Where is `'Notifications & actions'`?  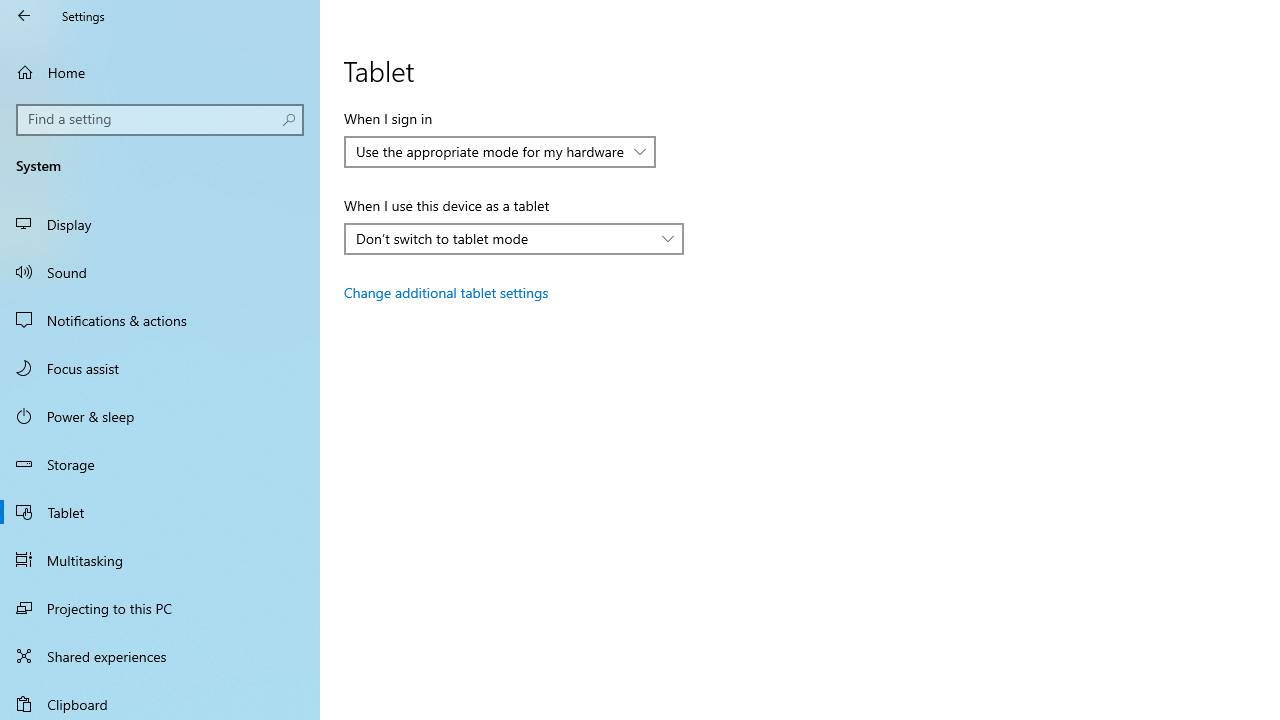 'Notifications & actions' is located at coordinates (160, 319).